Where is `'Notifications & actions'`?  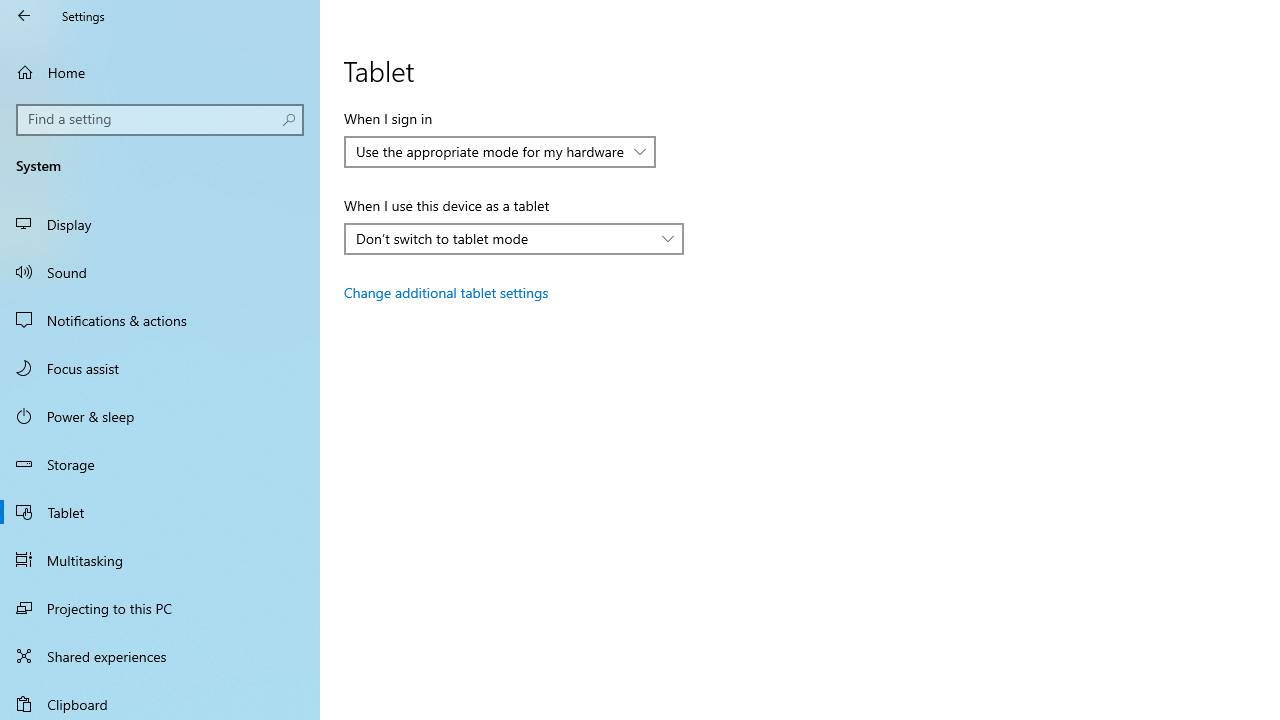 'Notifications & actions' is located at coordinates (160, 319).